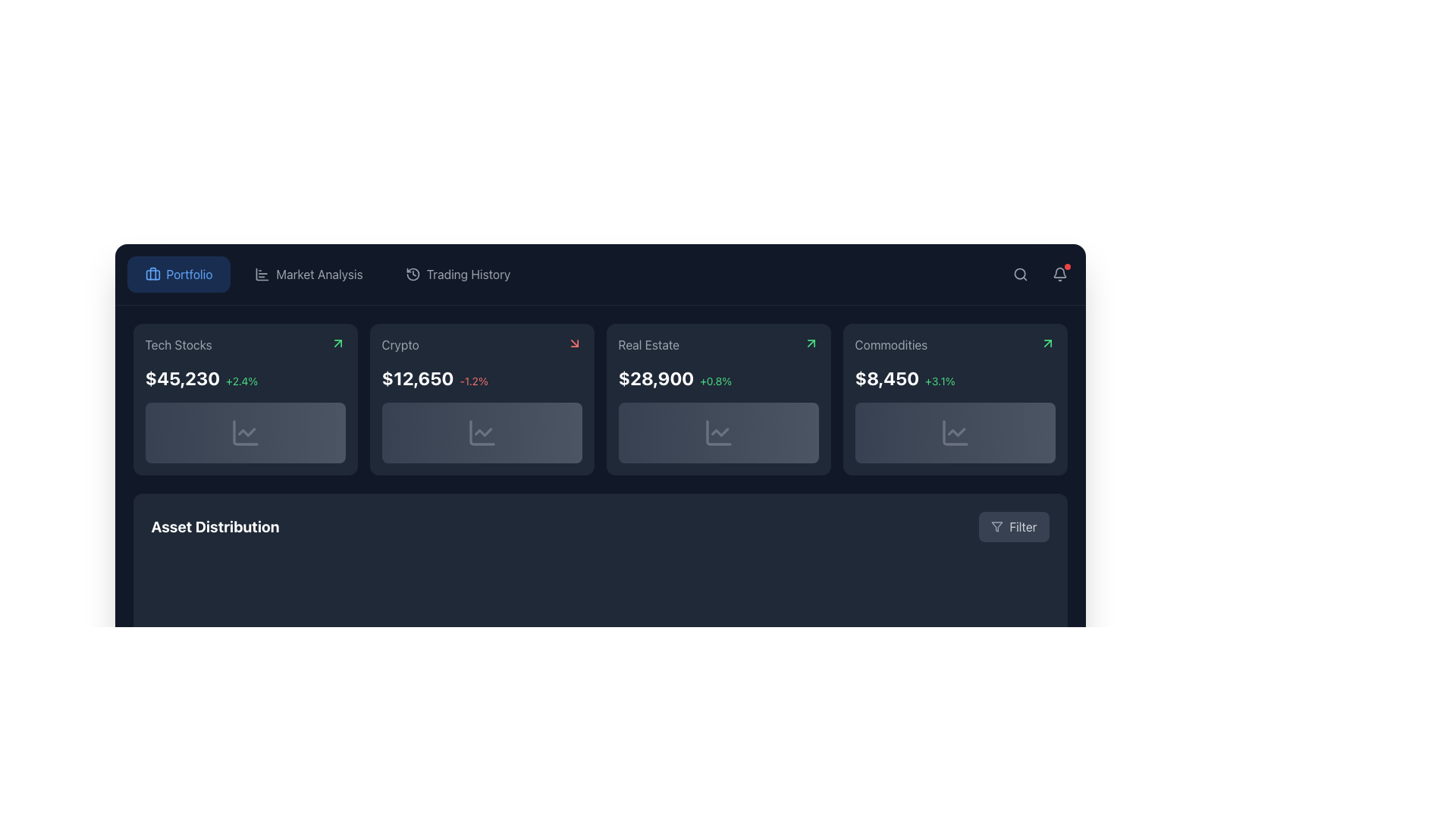 This screenshot has height=819, width=1456. What do you see at coordinates (318, 275) in the screenshot?
I see `the 'Market Analysis' text label` at bounding box center [318, 275].